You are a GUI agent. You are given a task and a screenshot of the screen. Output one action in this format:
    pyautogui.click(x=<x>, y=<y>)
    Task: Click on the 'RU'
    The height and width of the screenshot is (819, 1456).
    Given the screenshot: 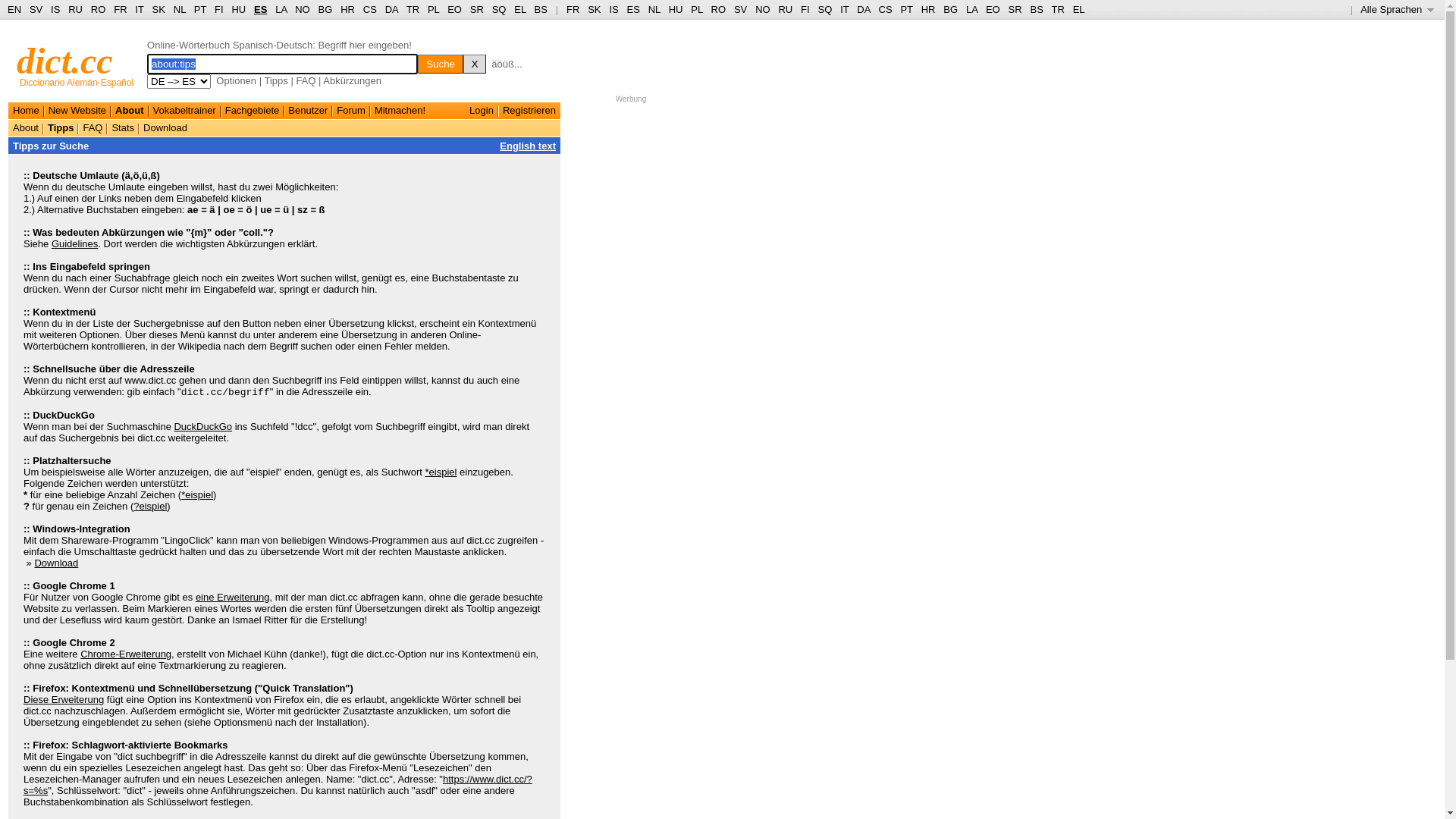 What is the action you would take?
    pyautogui.click(x=785, y=9)
    